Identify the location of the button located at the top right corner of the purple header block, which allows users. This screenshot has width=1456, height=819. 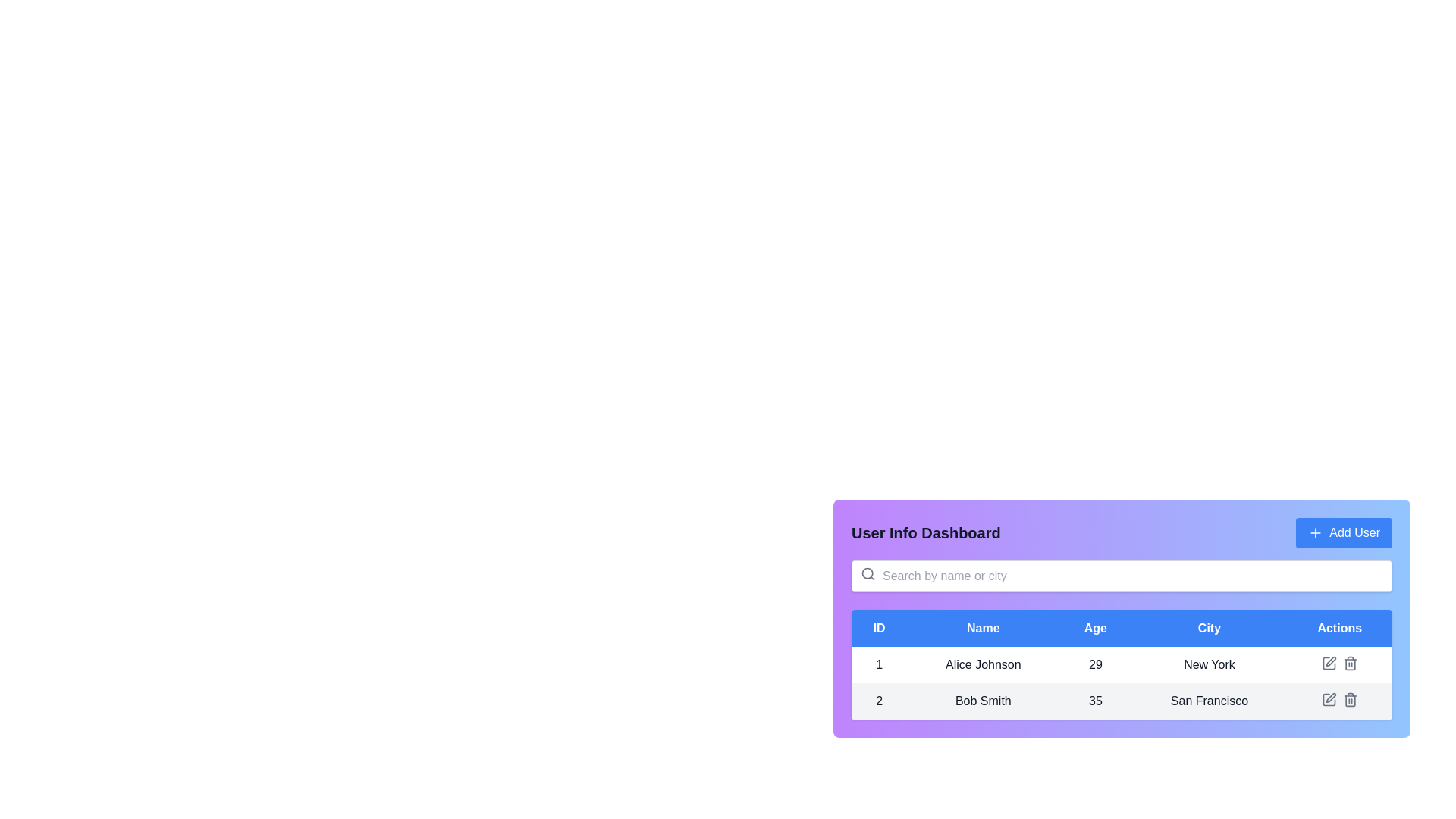
(1344, 532).